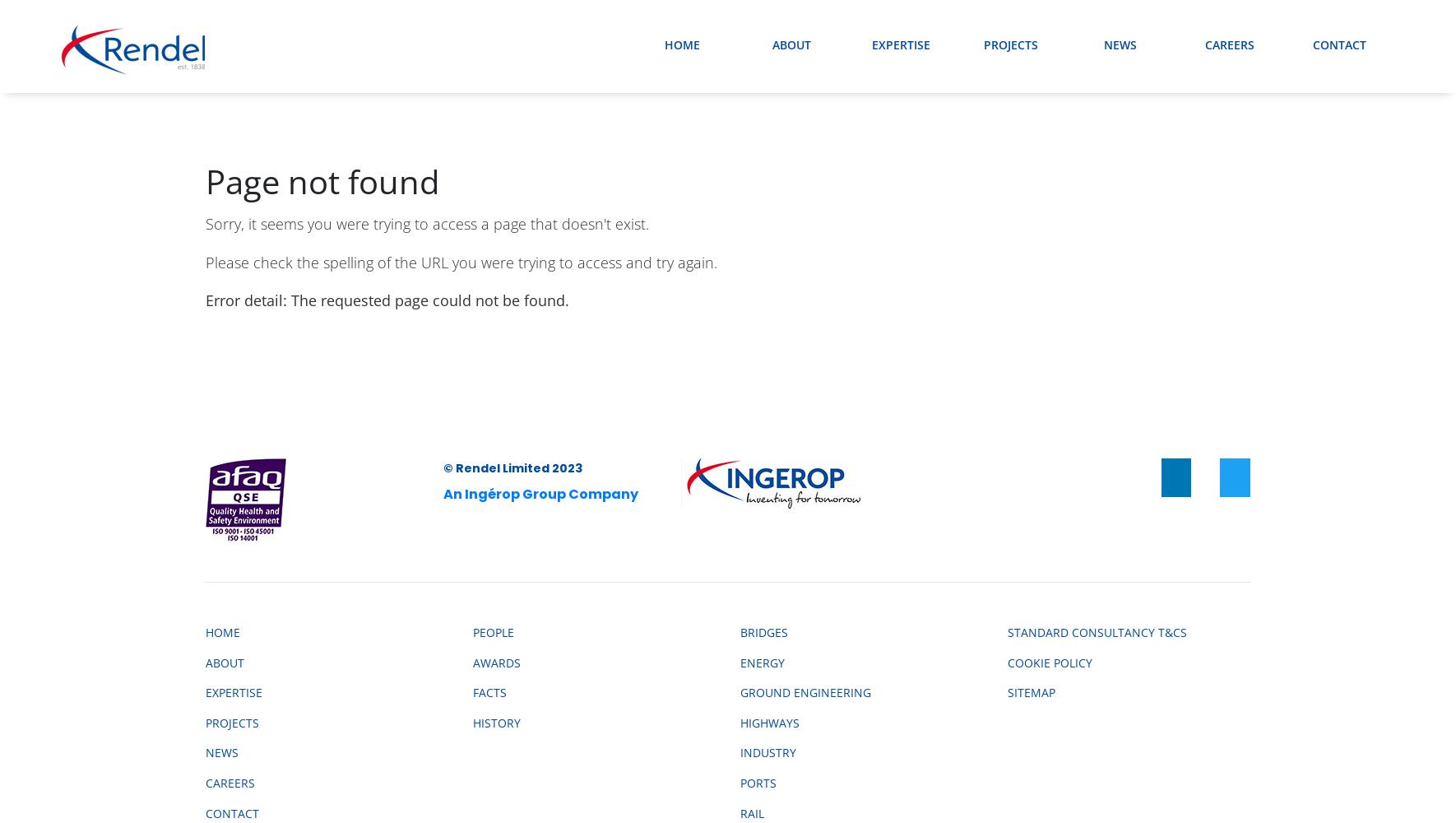  I want to click on 'Page not found', so click(205, 180).